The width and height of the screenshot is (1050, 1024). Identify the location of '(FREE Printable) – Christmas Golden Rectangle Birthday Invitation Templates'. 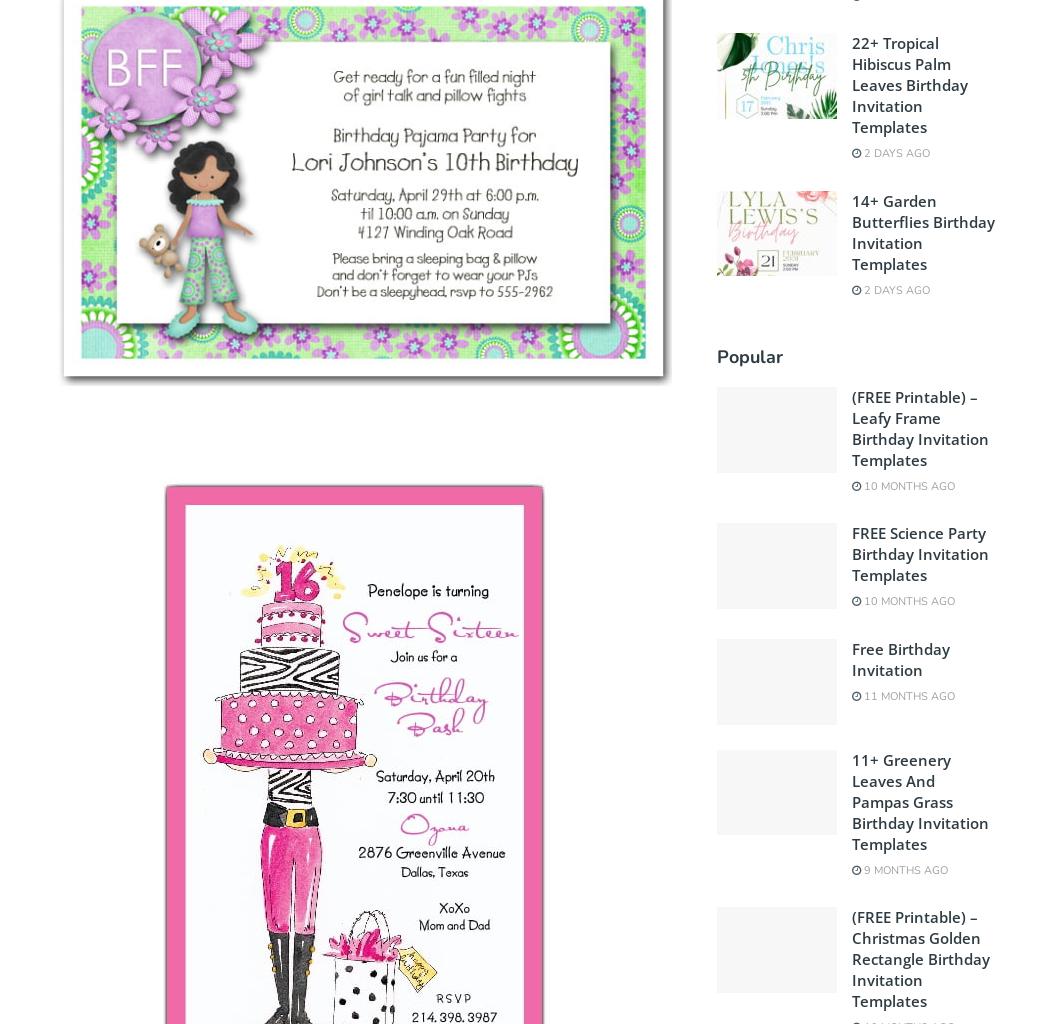
(920, 958).